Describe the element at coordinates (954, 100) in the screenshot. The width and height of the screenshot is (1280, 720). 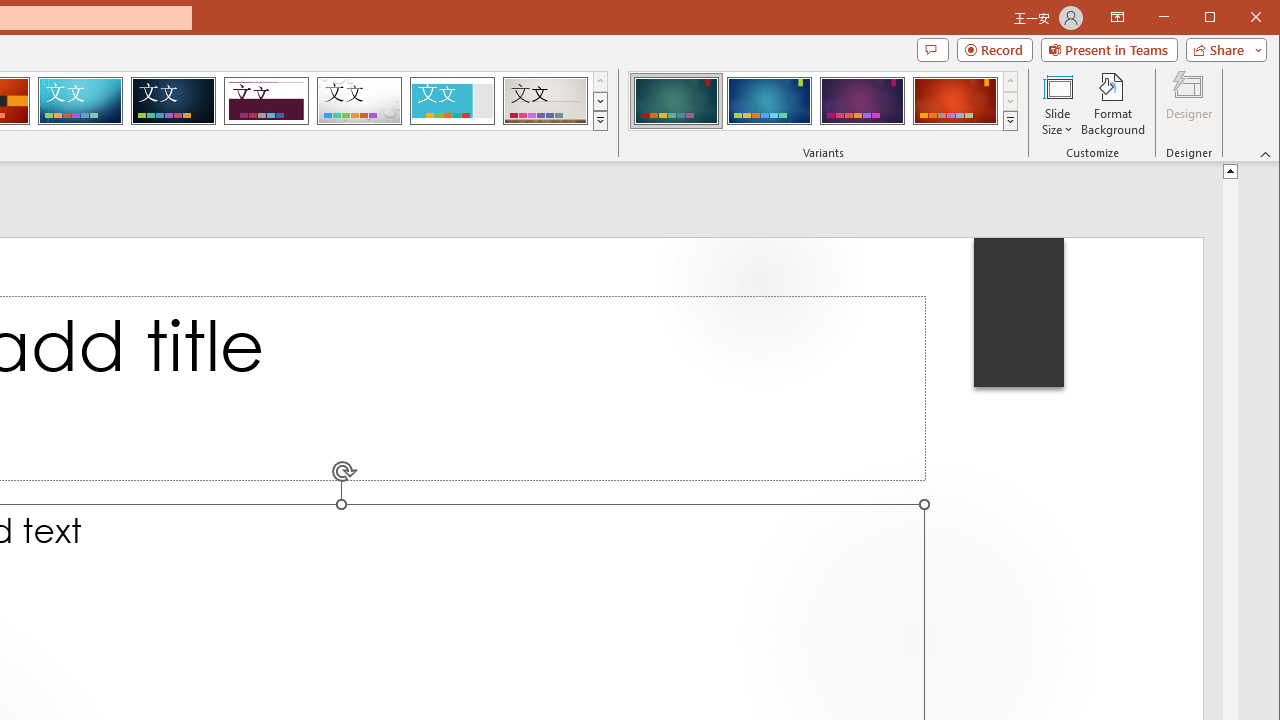
I see `'Ion Variant 4'` at that location.